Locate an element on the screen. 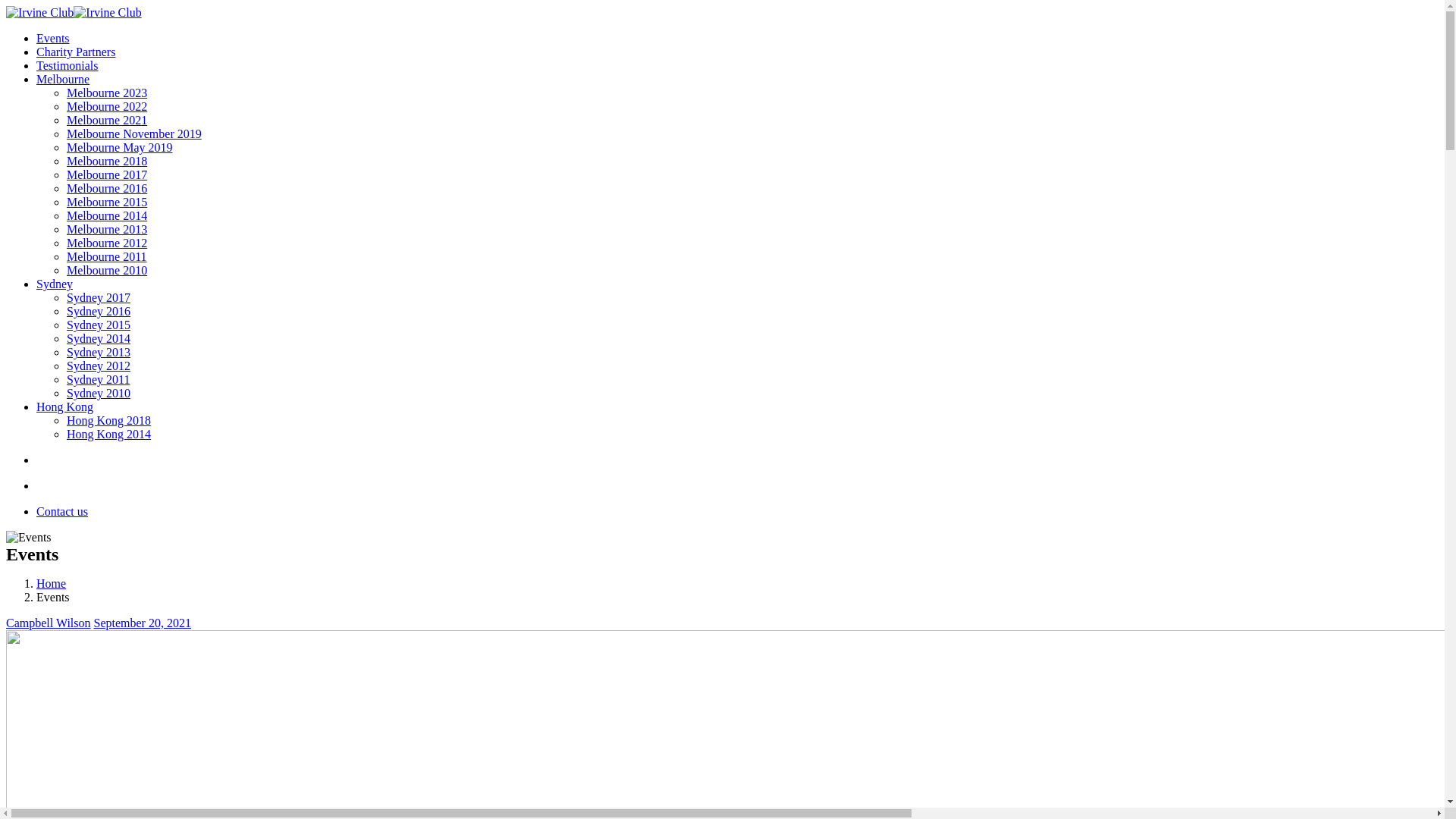  'Melbourne May 2019' is located at coordinates (119, 147).